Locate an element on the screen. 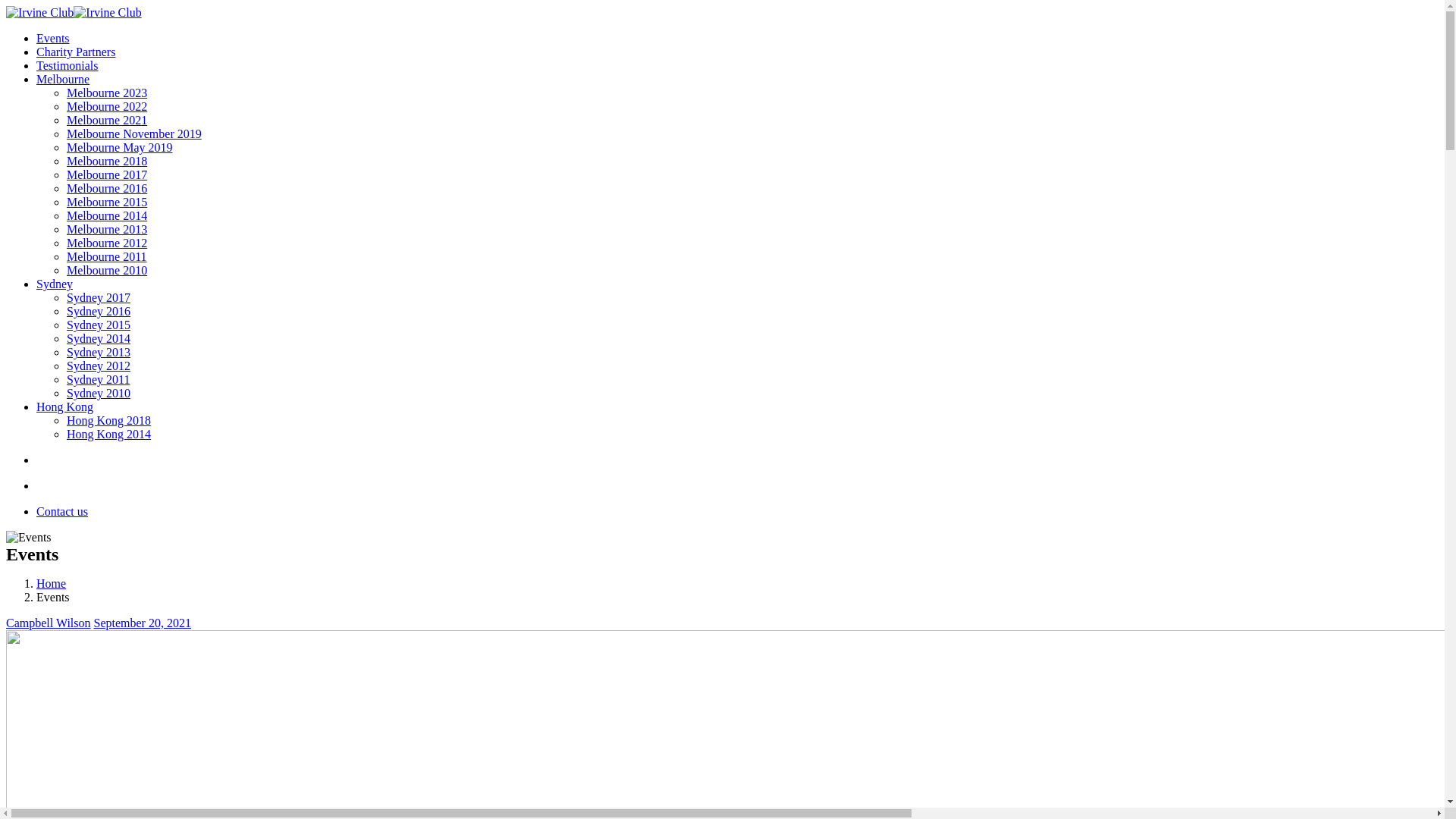  'Melbourne May 2019' is located at coordinates (119, 147).